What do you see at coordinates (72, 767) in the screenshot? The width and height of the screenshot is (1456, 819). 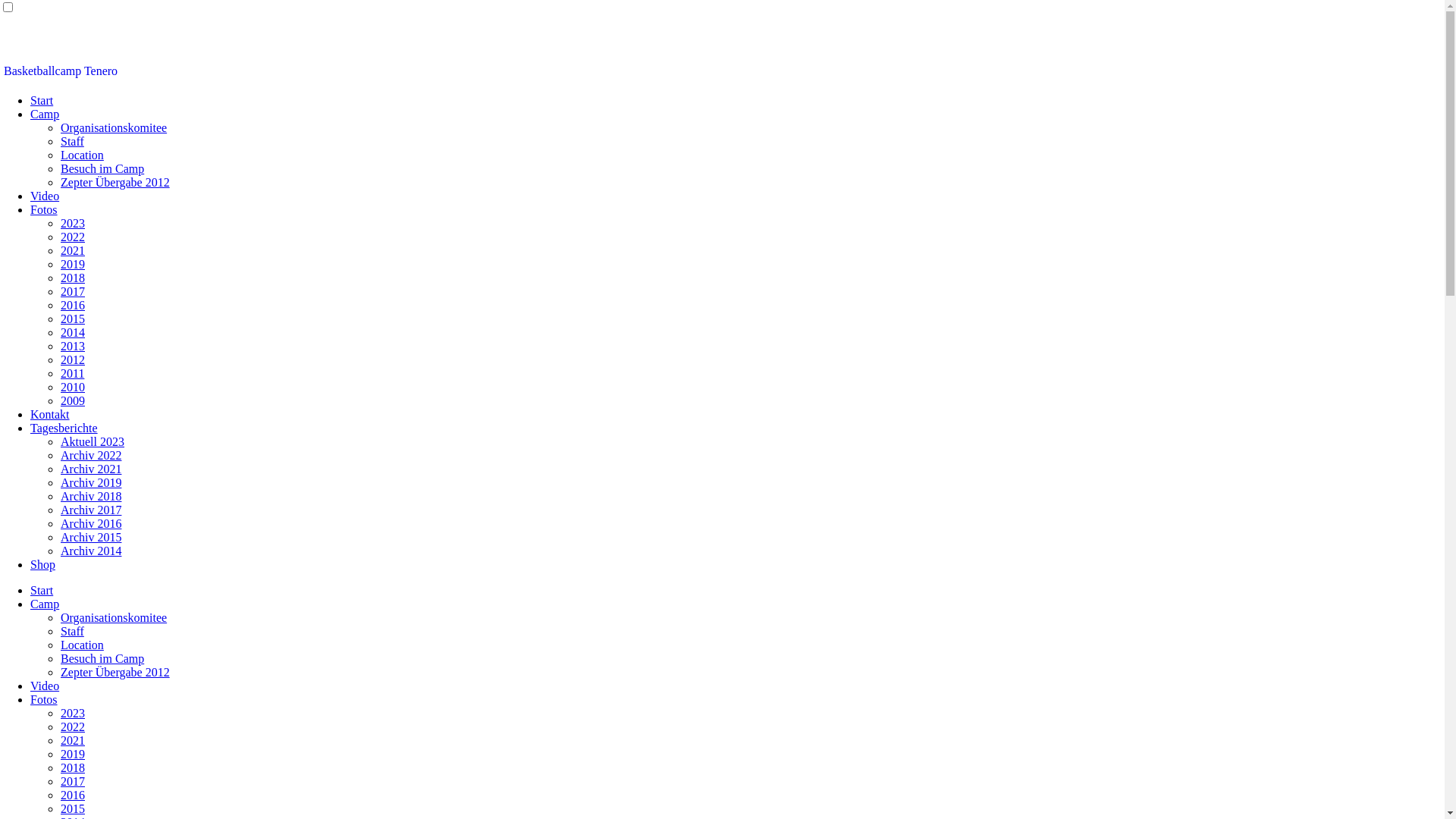 I see `'2018'` at bounding box center [72, 767].